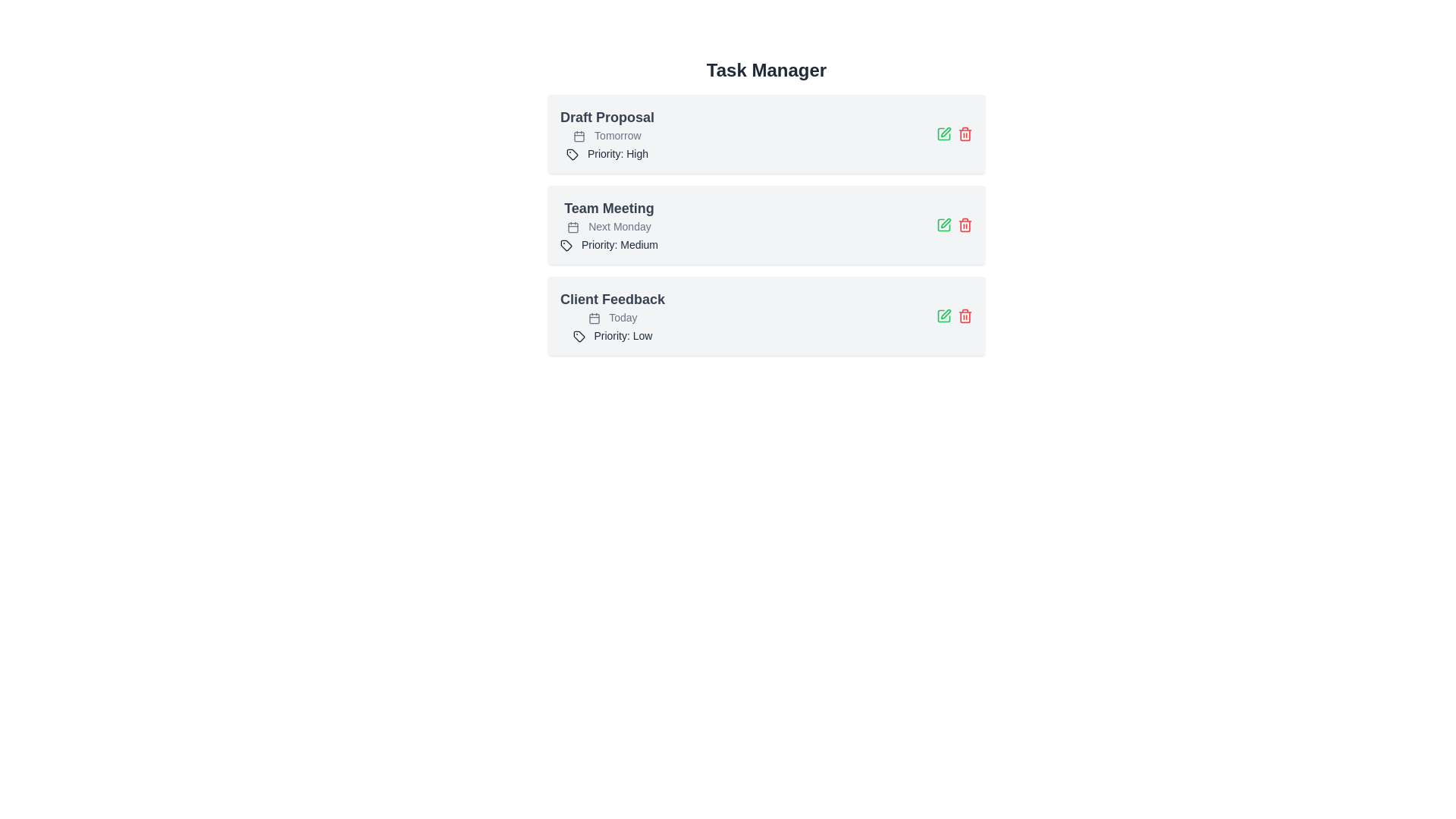 This screenshot has height=819, width=1456. Describe the element at coordinates (964, 315) in the screenshot. I see `the red trash icon located at the far right of the third row in the task list, next to the green edit icon` at that location.